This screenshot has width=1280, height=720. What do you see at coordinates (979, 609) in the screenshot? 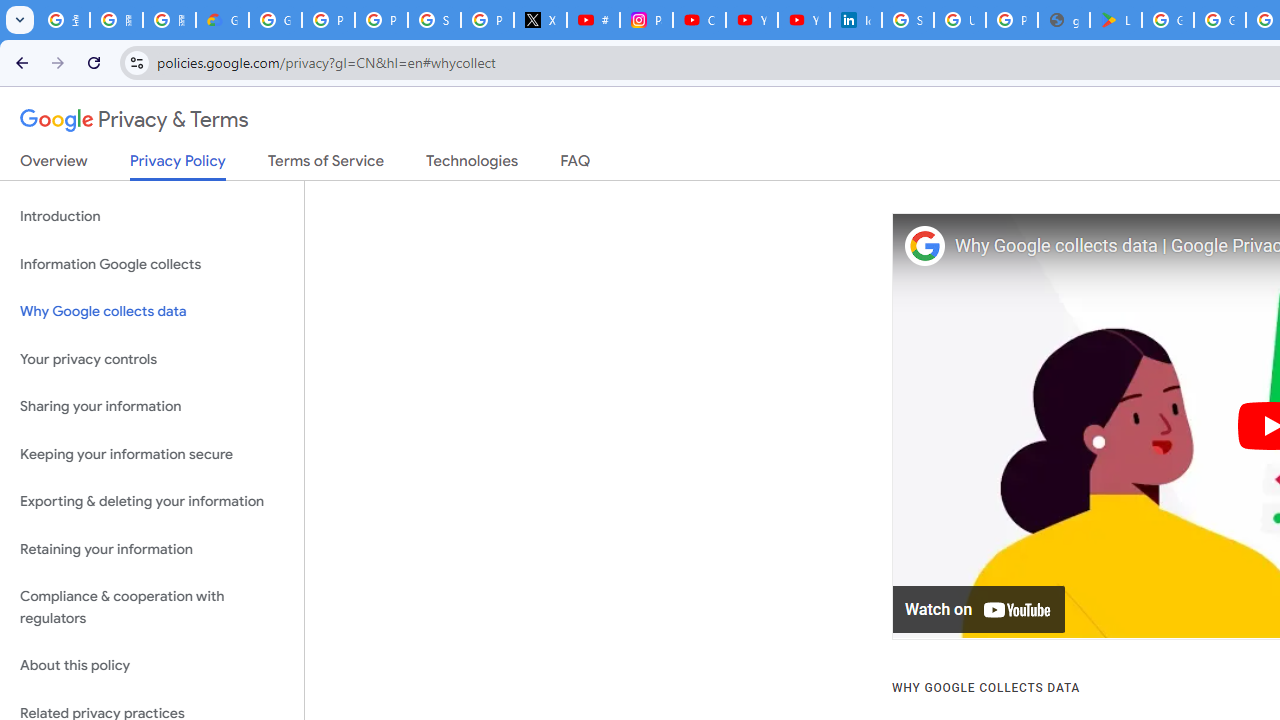
I see `'Watch on YouTube'` at bounding box center [979, 609].